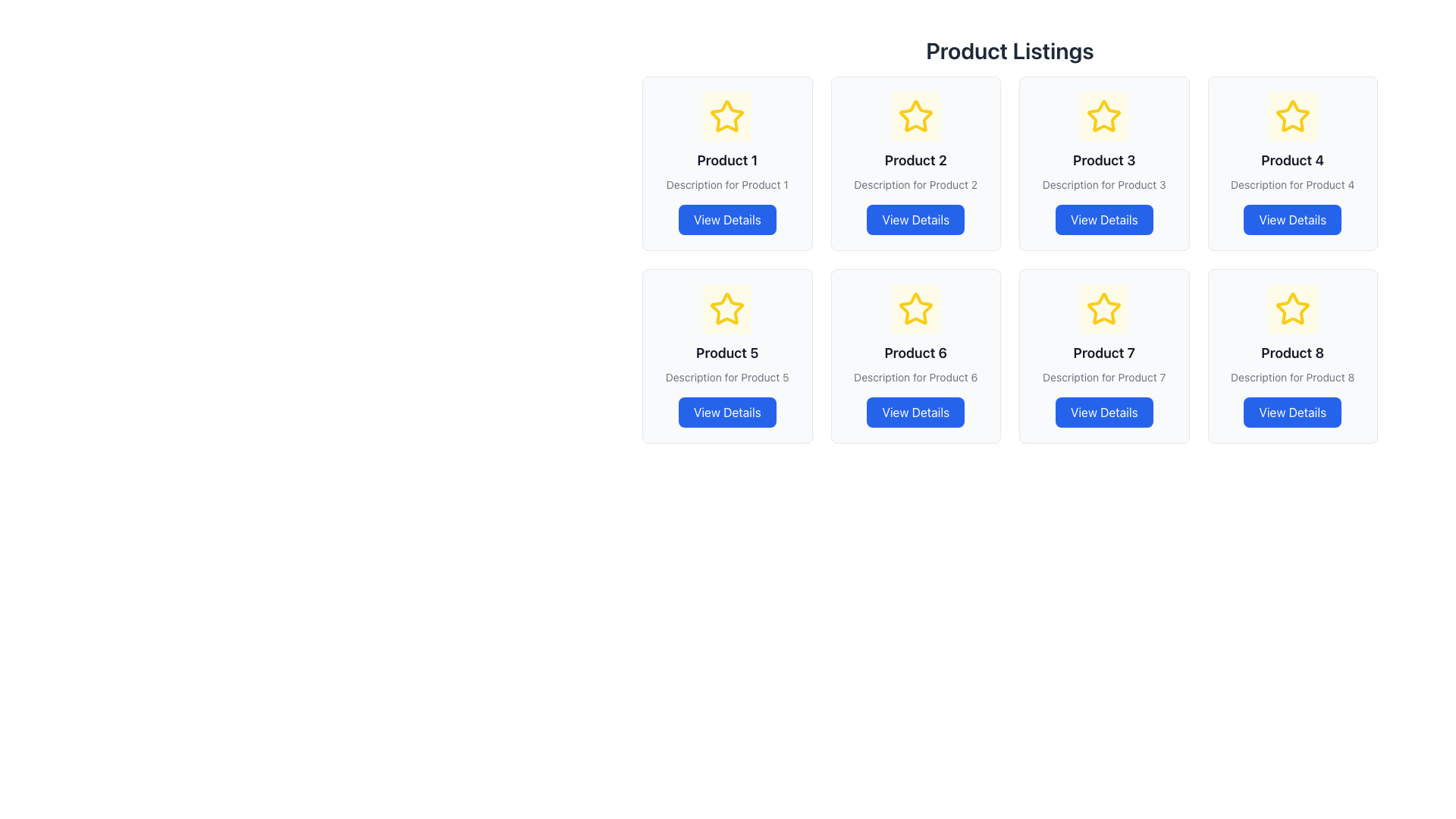 The image size is (1456, 819). I want to click on the static text element displaying additional information about 'Product 2', which is located beneath the title and above the 'View Details' button in the product card, so click(915, 184).